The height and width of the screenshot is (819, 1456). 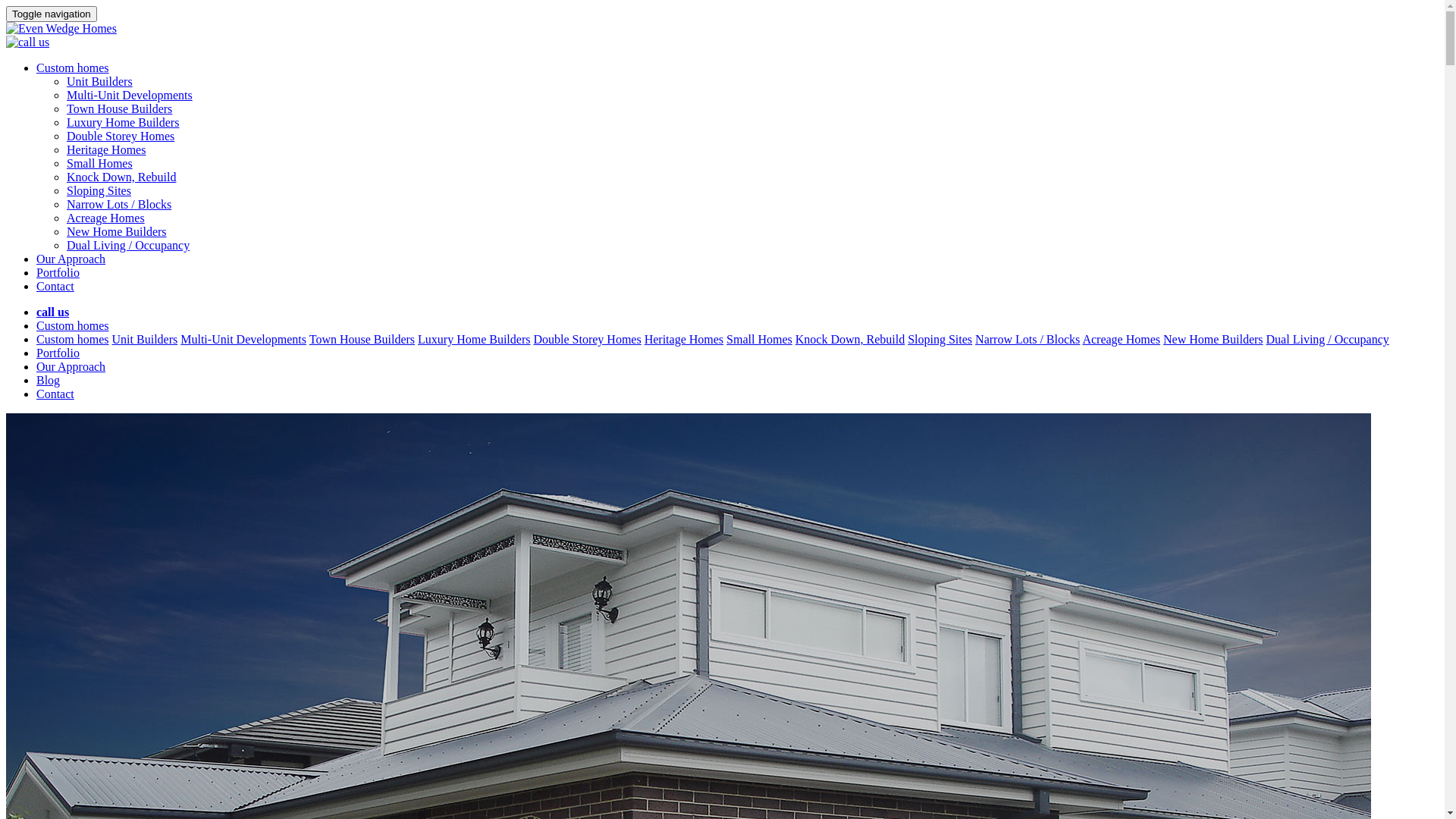 I want to click on 'Luxury Home Builders', so click(x=472, y=338).